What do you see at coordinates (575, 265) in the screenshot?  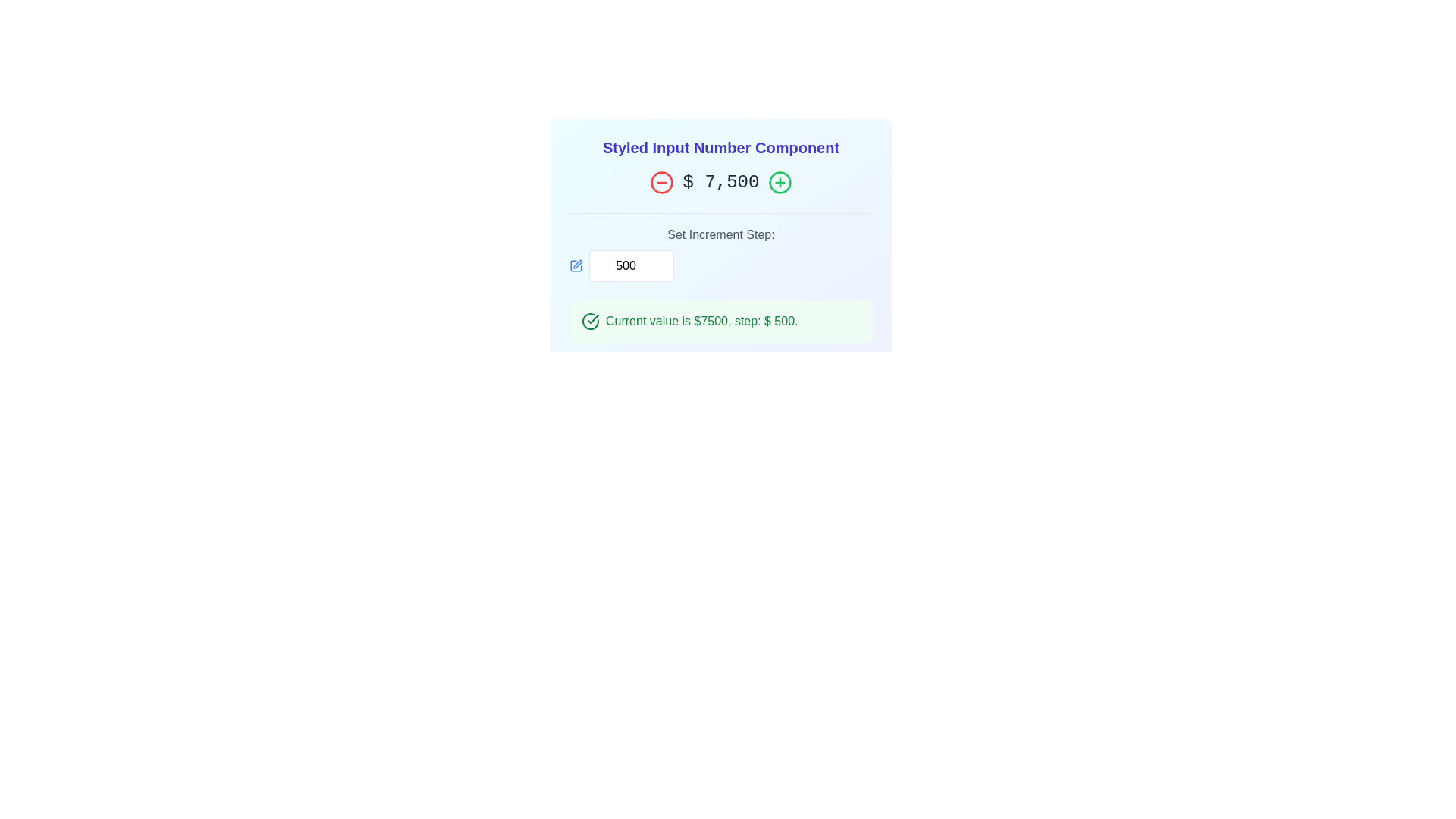 I see `the square pen icon button with a blue outline` at bounding box center [575, 265].